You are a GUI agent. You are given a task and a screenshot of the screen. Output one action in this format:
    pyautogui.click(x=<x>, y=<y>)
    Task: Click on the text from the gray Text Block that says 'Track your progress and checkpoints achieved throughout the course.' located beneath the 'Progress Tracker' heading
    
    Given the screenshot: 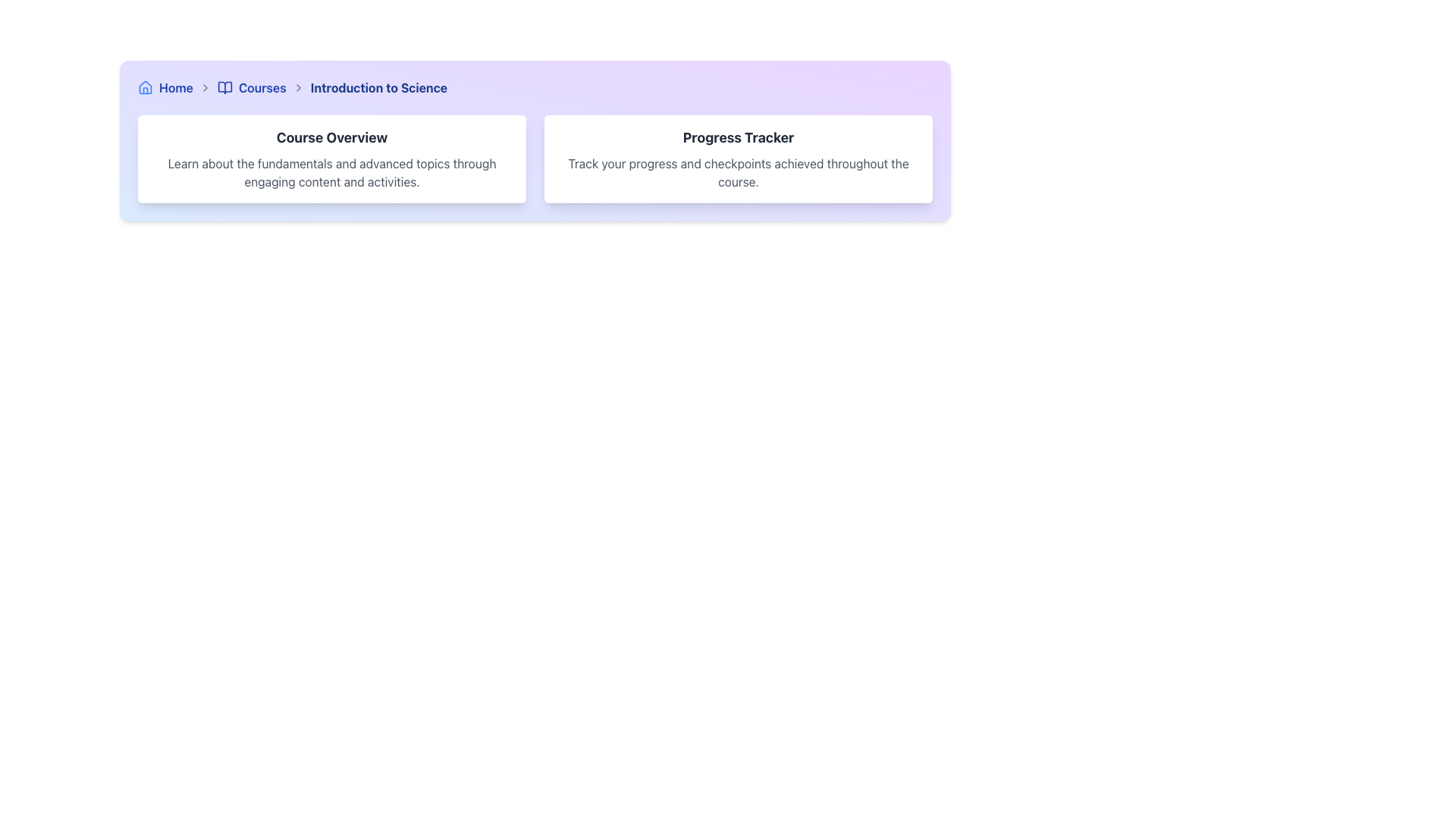 What is the action you would take?
    pyautogui.click(x=739, y=171)
    